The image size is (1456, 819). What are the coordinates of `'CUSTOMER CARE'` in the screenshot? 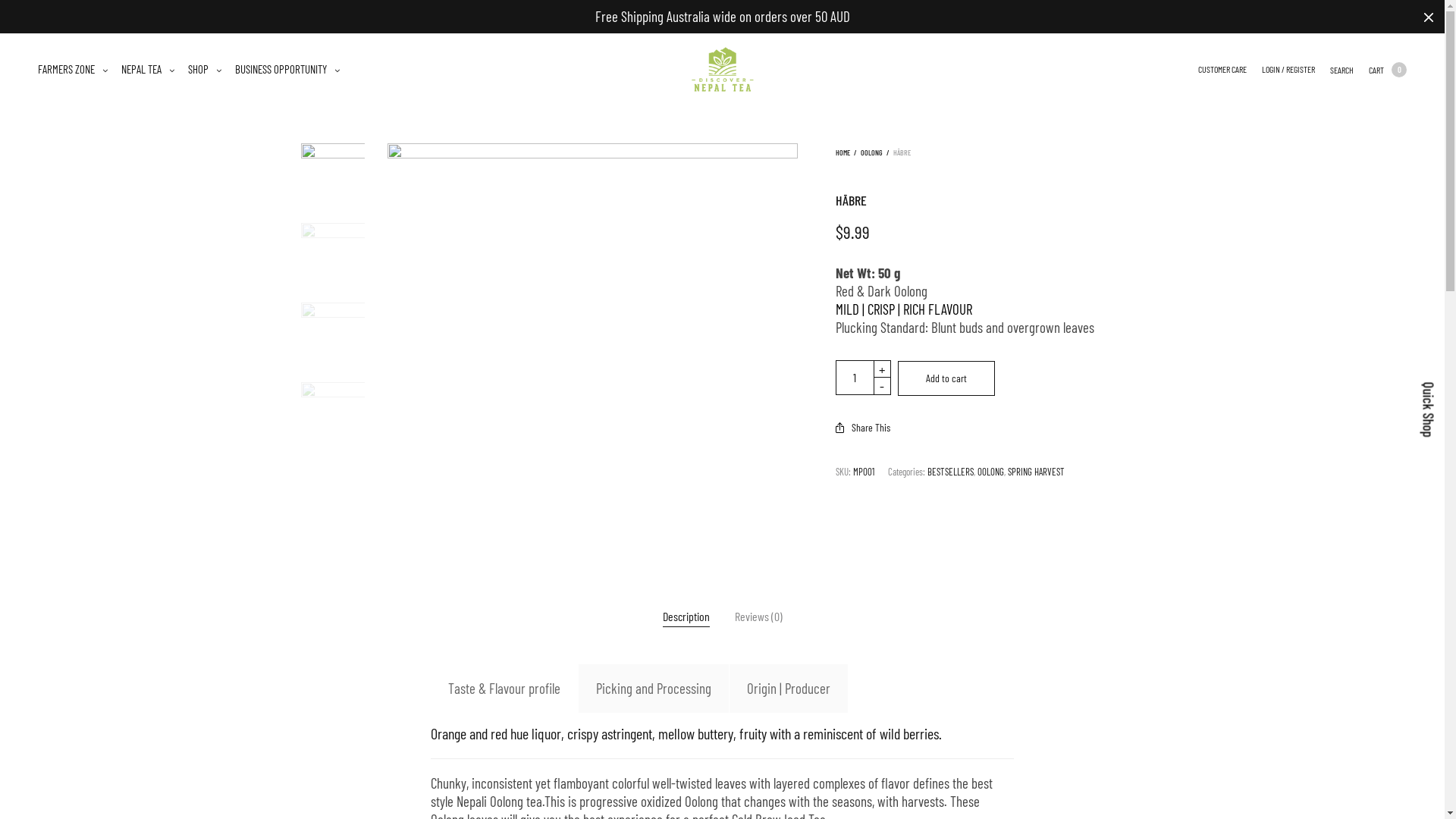 It's located at (1222, 69).